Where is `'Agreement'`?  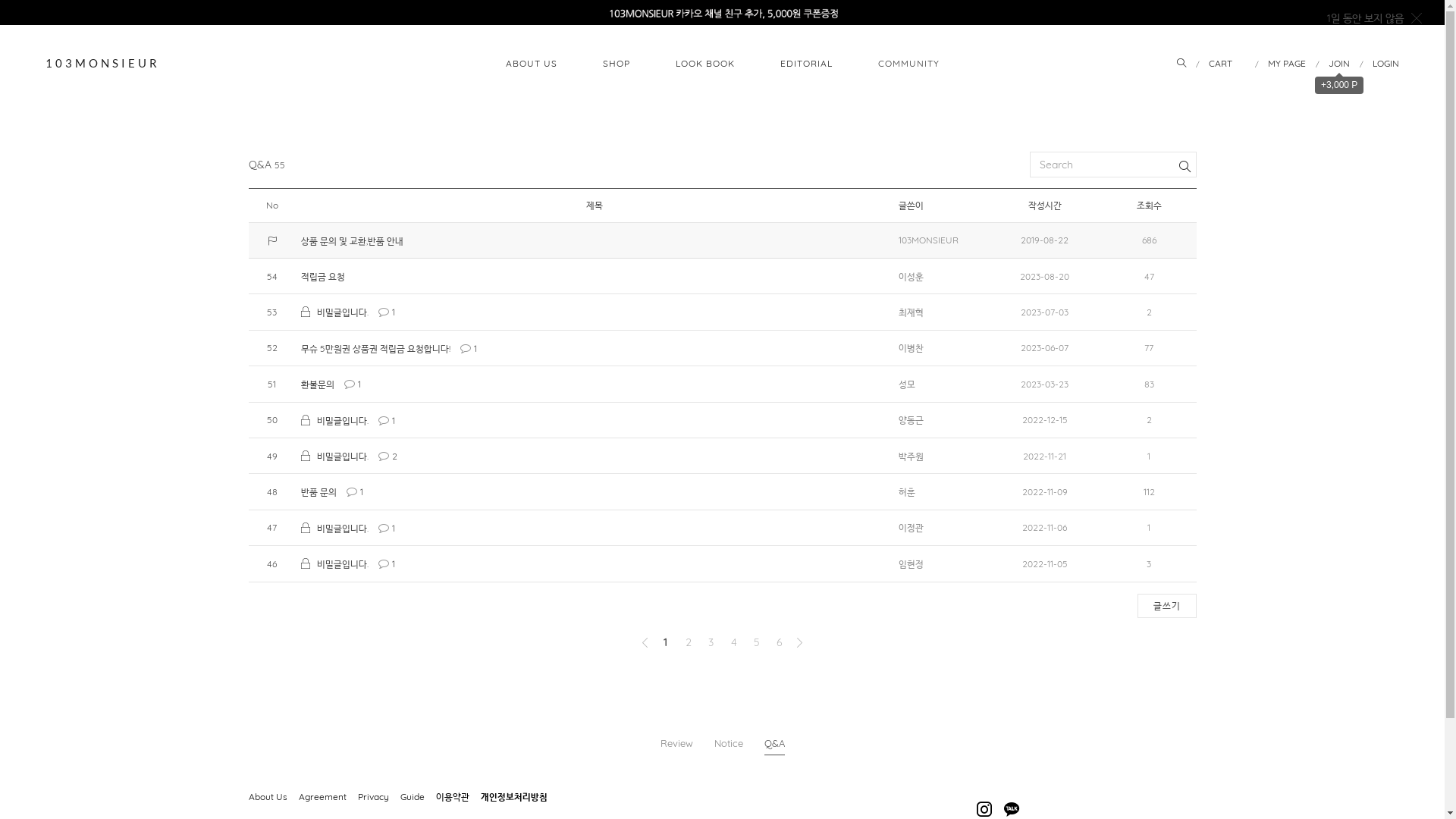 'Agreement' is located at coordinates (298, 795).